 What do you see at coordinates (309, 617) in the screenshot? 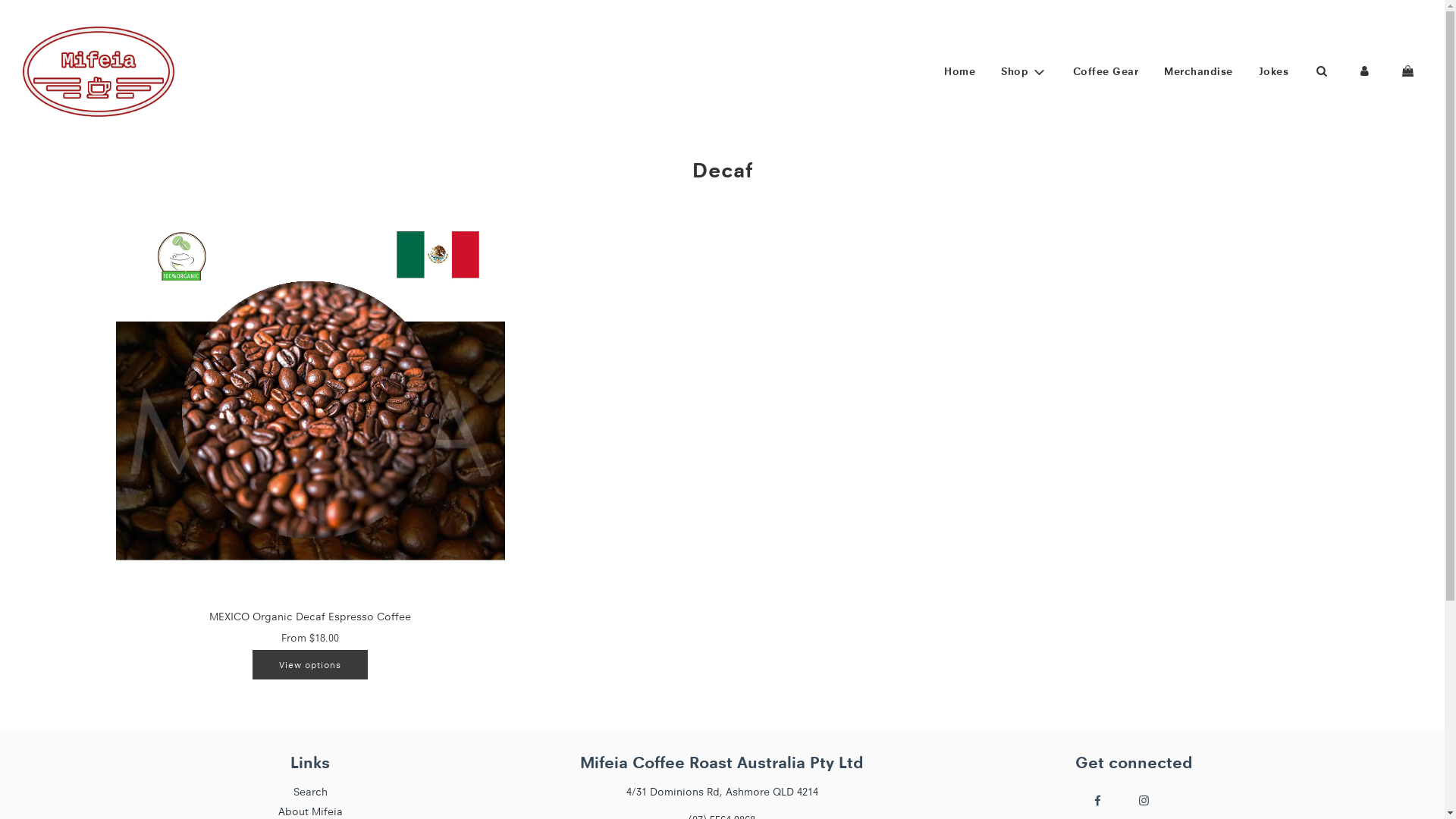
I see `'MEXICO Organic Decaf Espresso Coffee'` at bounding box center [309, 617].